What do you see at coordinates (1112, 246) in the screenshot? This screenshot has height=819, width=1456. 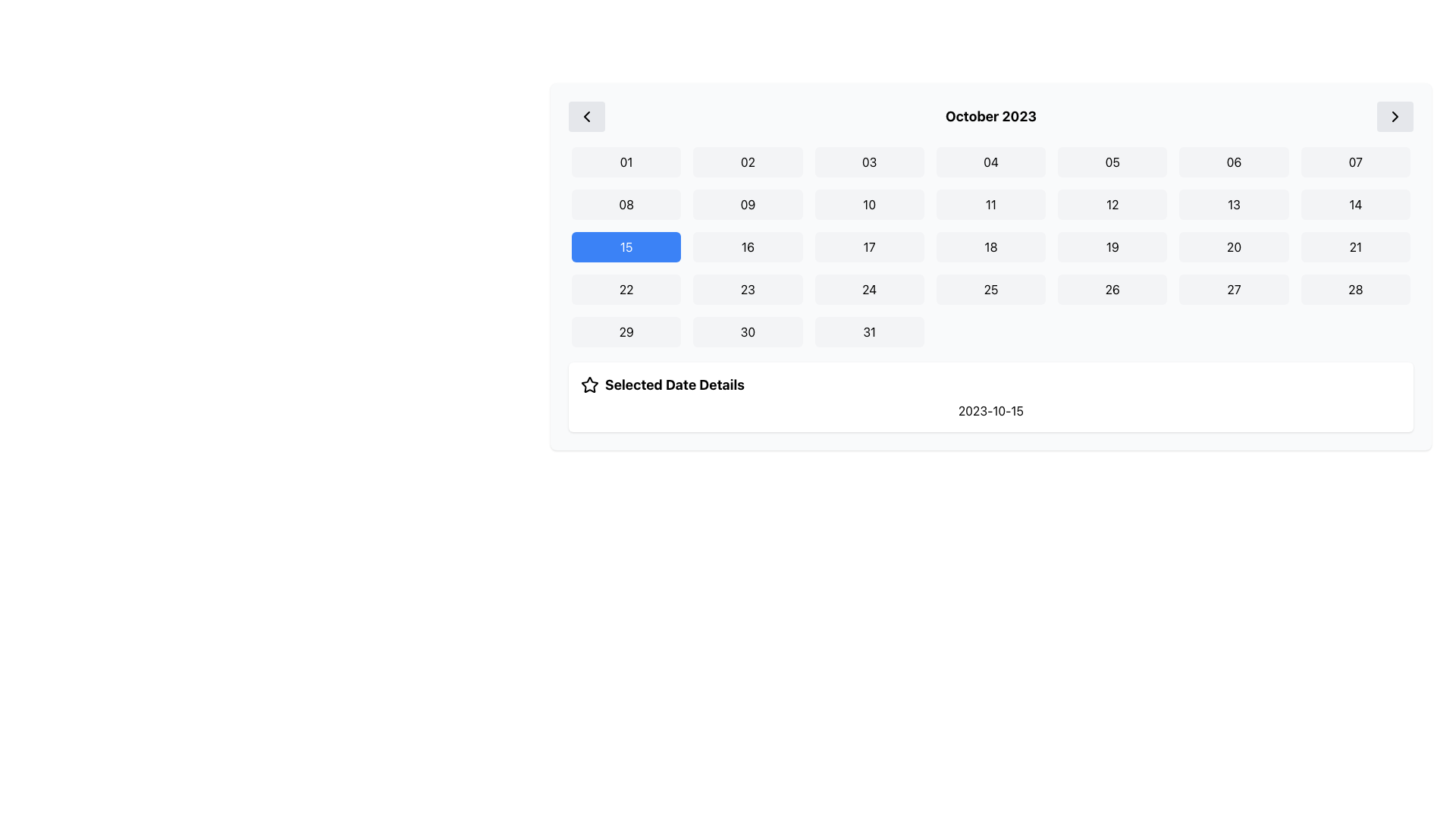 I see `the selectable day button representing the 19th day of the calendar grid` at bounding box center [1112, 246].